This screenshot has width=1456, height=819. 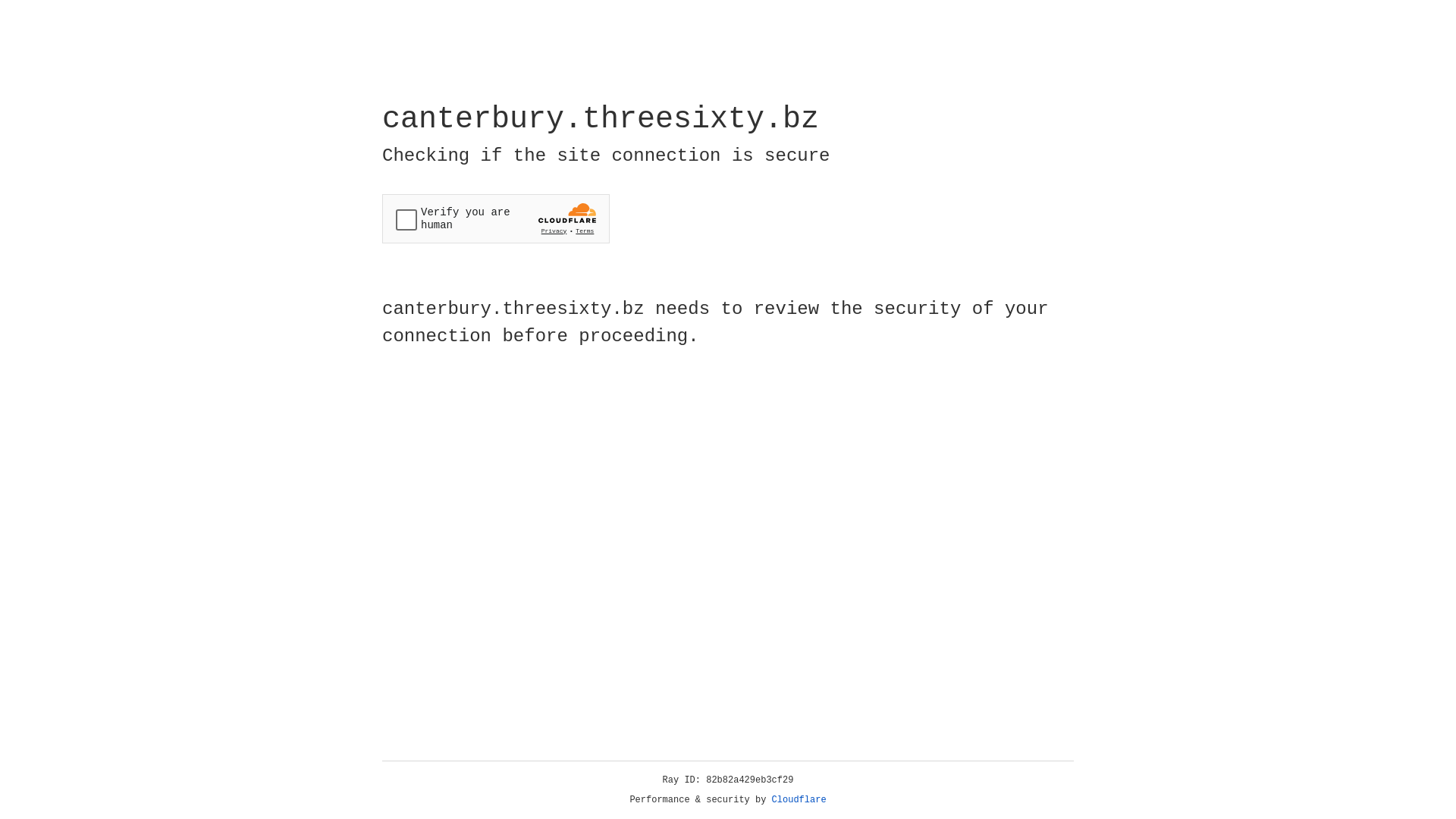 What do you see at coordinates (495, 218) in the screenshot?
I see `'Widget containing a Cloudflare security challenge'` at bounding box center [495, 218].